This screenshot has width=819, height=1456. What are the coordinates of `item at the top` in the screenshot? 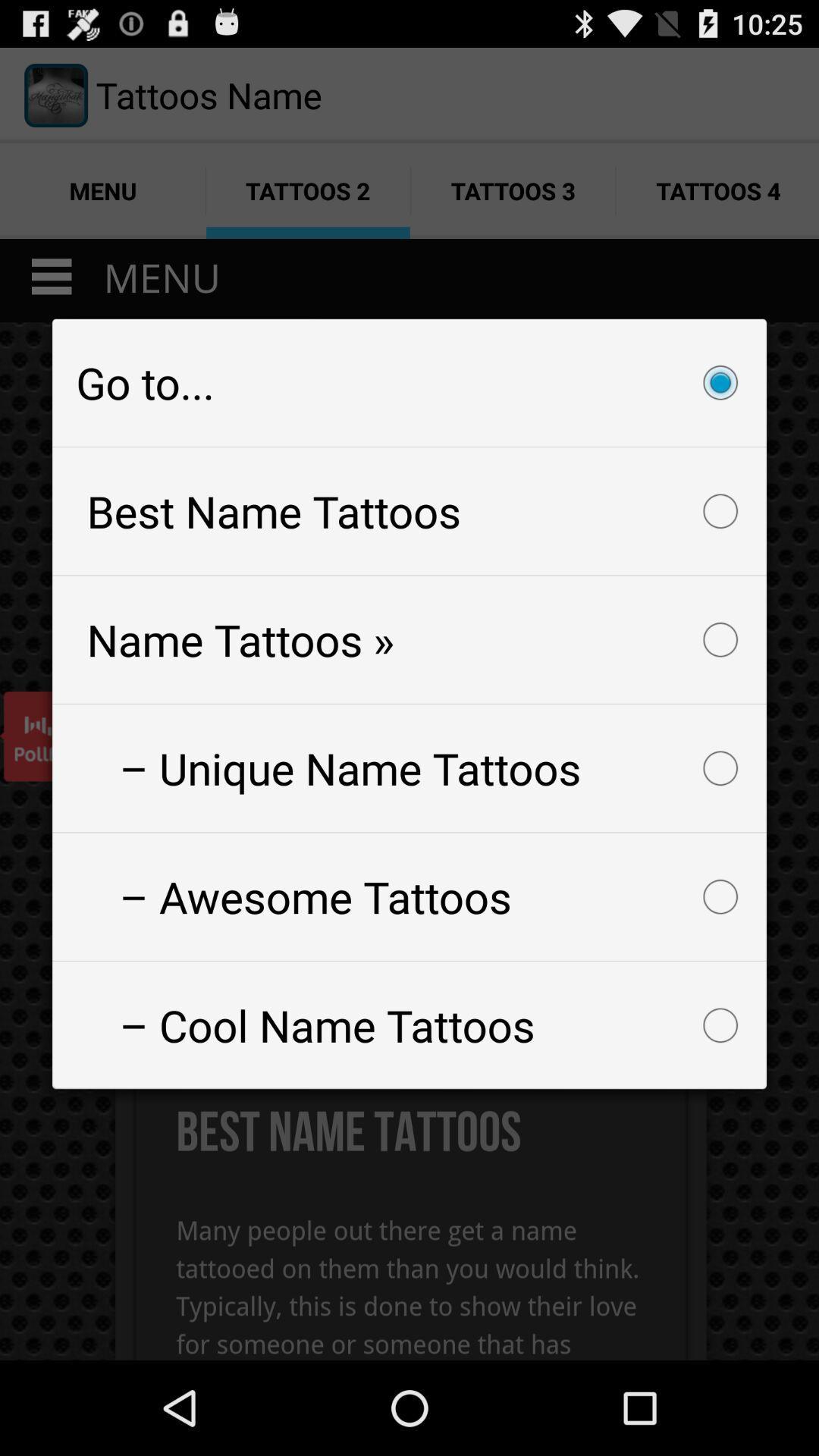 It's located at (409, 382).